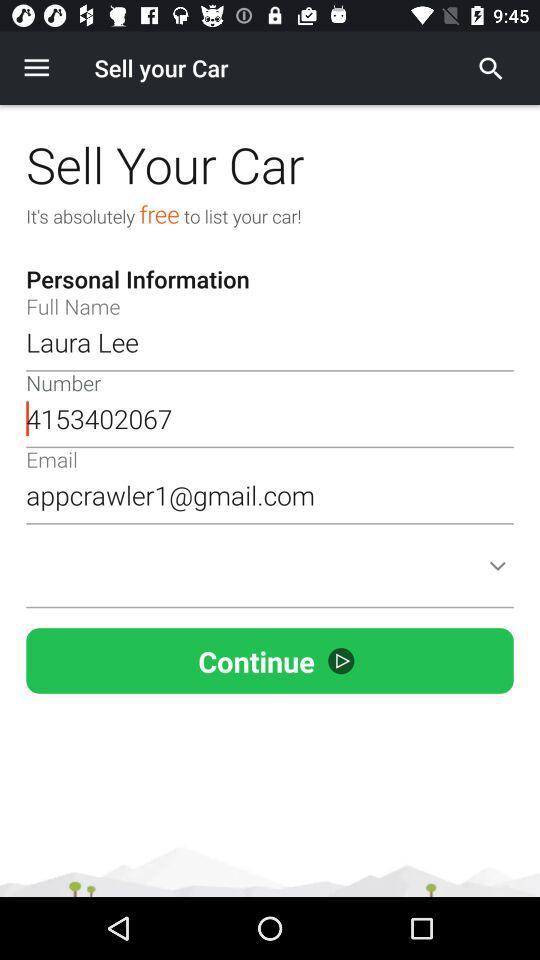  I want to click on drop down menu, so click(270, 578).